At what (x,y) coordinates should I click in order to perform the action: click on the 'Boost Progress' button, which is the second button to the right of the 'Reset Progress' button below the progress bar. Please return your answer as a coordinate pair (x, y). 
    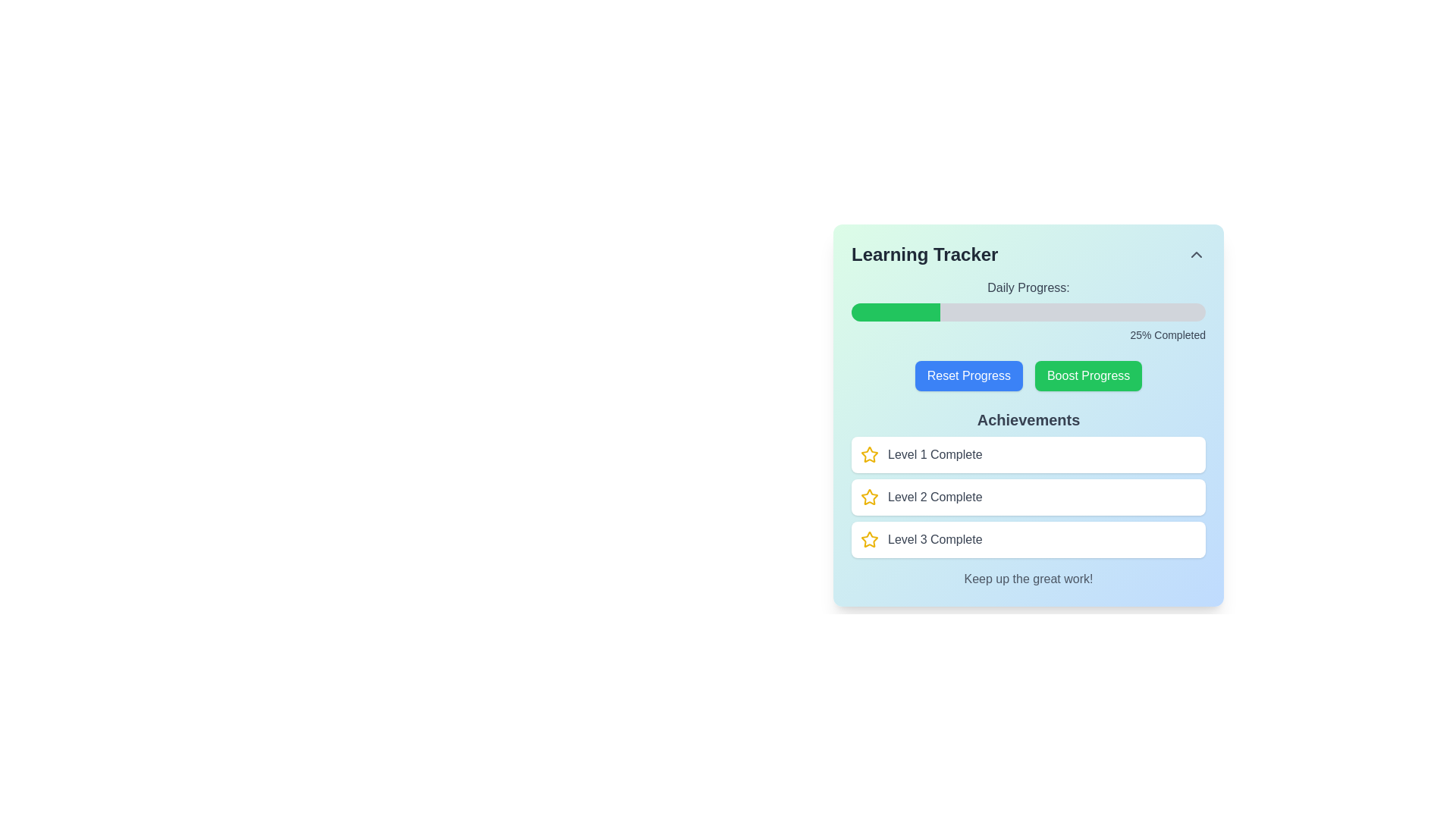
    Looking at the image, I should click on (1087, 375).